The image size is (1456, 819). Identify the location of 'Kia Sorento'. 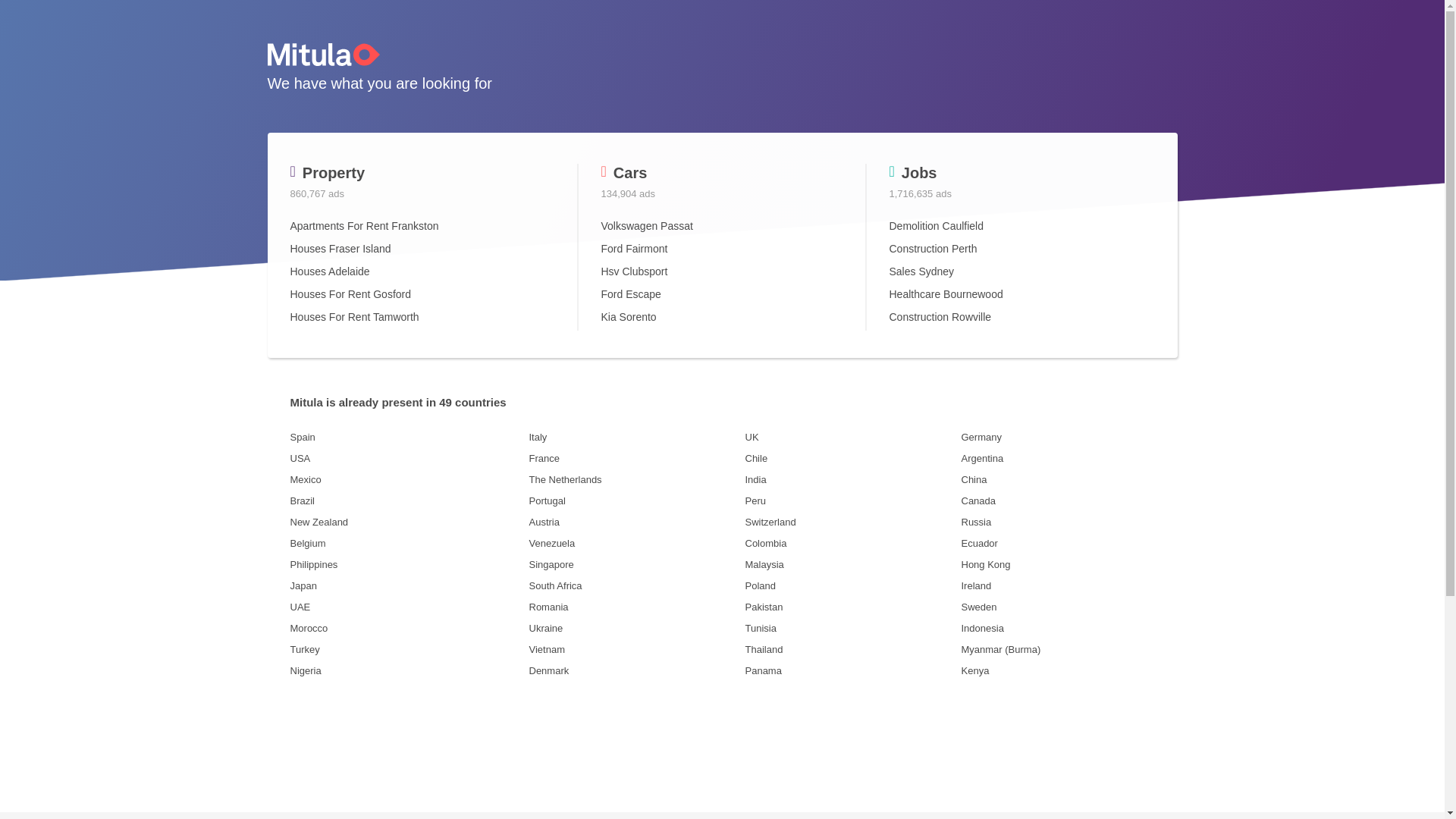
(628, 315).